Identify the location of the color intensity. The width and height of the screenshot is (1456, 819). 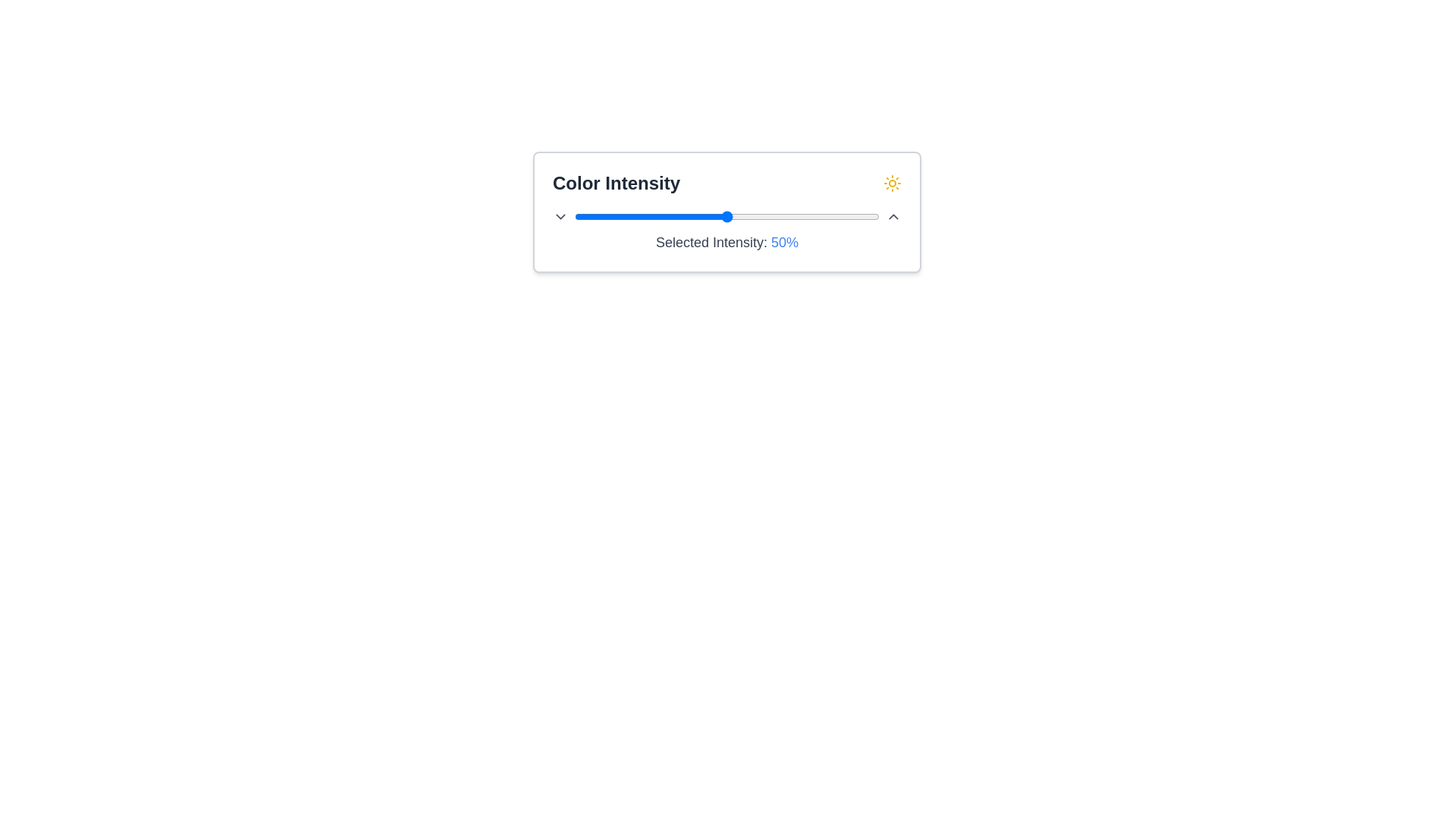
(870, 216).